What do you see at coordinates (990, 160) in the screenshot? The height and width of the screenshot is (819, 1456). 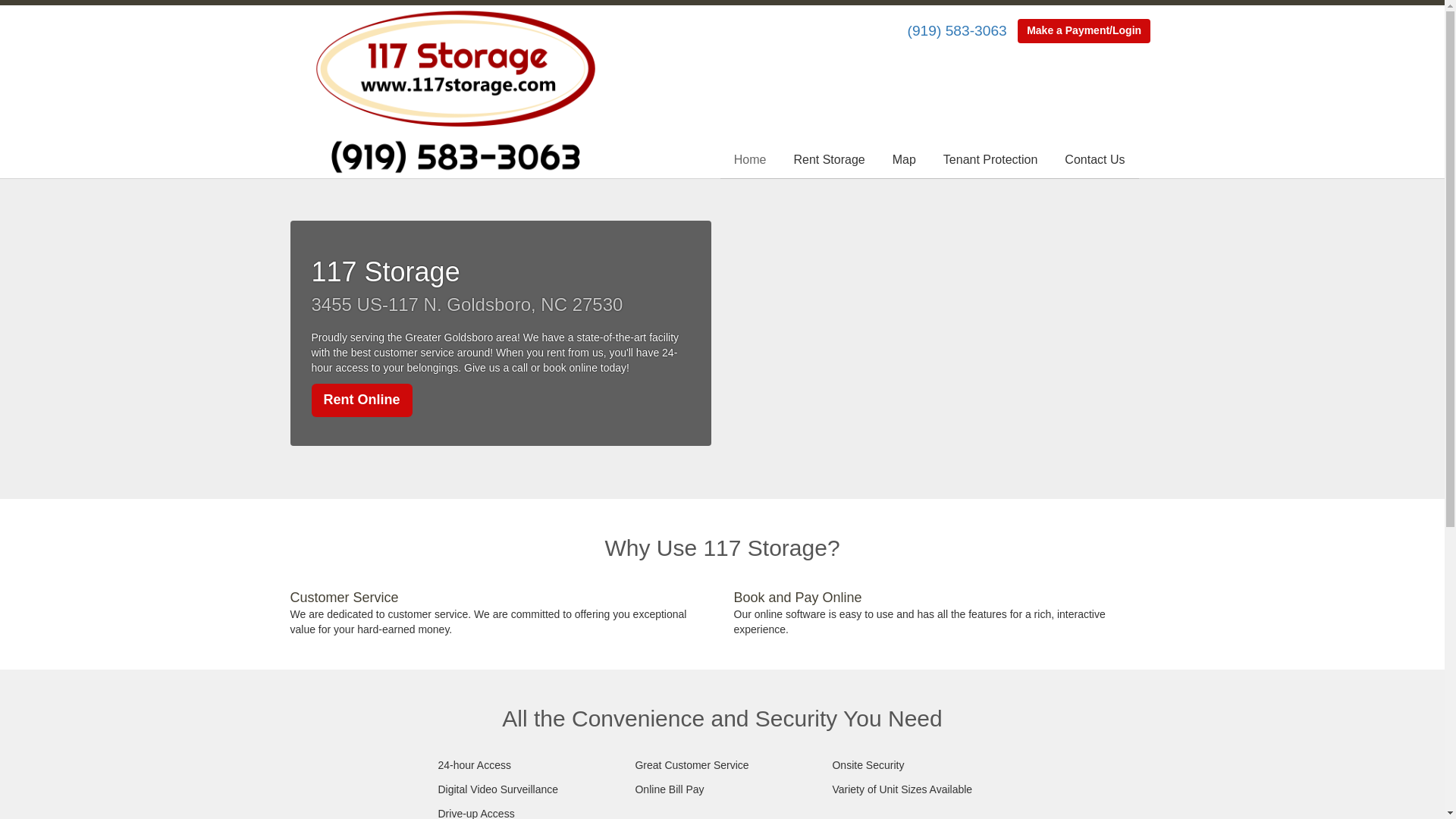 I see `'Tenant Protection'` at bounding box center [990, 160].